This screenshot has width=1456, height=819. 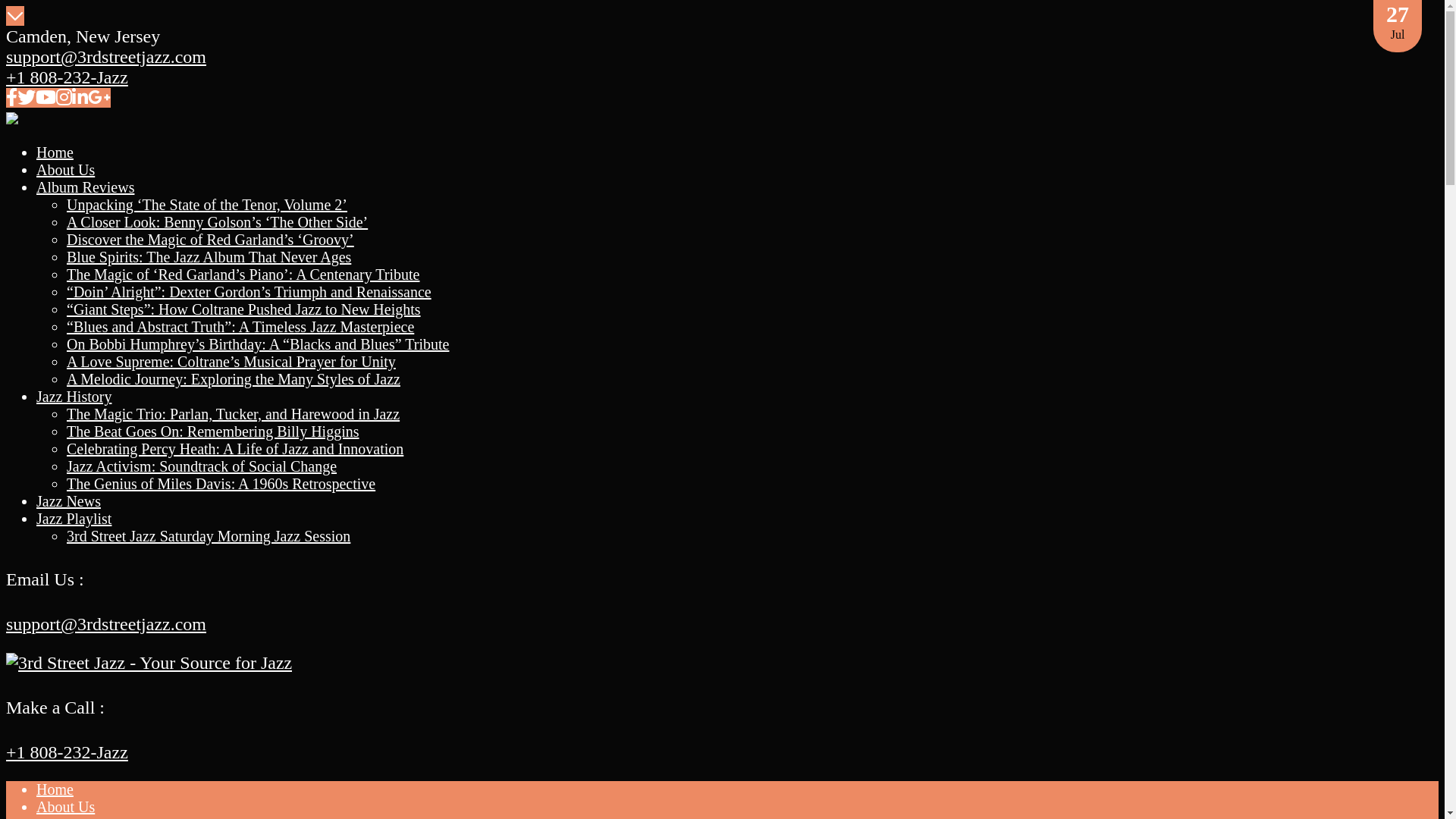 I want to click on 'Home', so click(x=55, y=789).